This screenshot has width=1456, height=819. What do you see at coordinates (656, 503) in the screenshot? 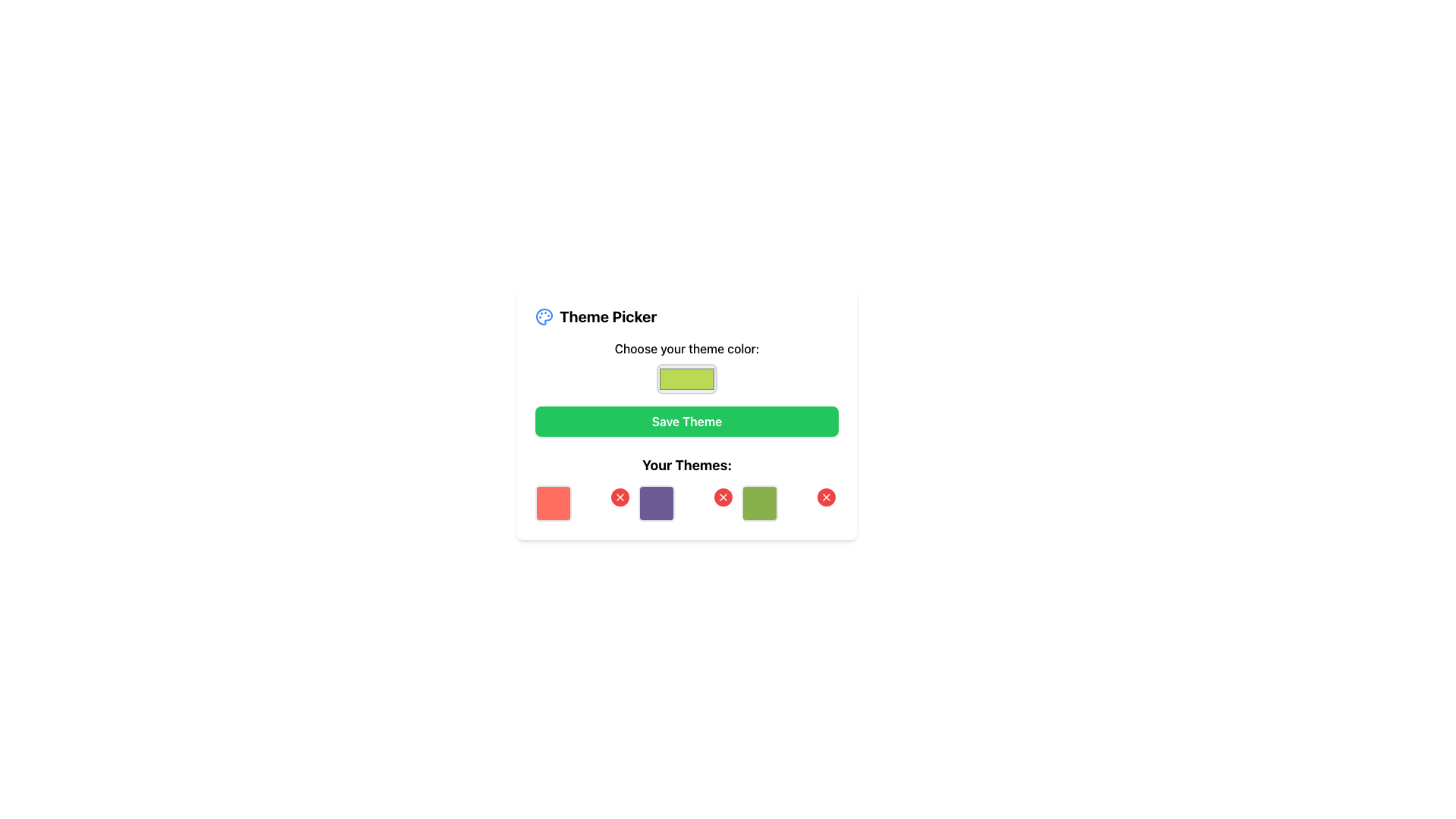
I see `the square theme/color preview block with a purple background located in the 'Your Themes' section` at bounding box center [656, 503].